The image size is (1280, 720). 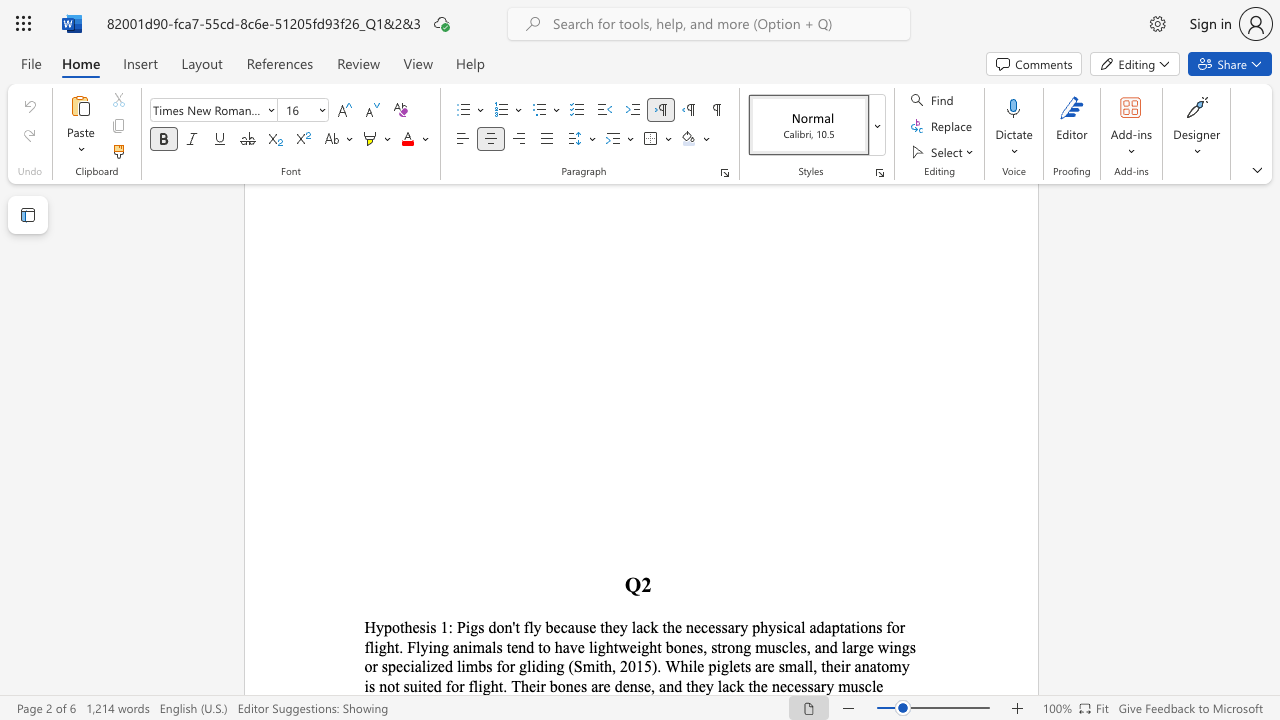 I want to click on the subset text "bones, strong muscles, and large wings or specialized limbs for gliding (Smith, 2015). While piglets are small, their anatomy is not suited for flight. Their bones are dense, and they lack the necessar" within the text "flight. Flying animals tend to have lightweight bones, strong muscles, and large wings or specialized limbs for gliding (Smith, 2015). While piglets are small, their anatomy is not suited for flight. Their bones are dense, and they lack the necessary muscl", so click(x=665, y=647).